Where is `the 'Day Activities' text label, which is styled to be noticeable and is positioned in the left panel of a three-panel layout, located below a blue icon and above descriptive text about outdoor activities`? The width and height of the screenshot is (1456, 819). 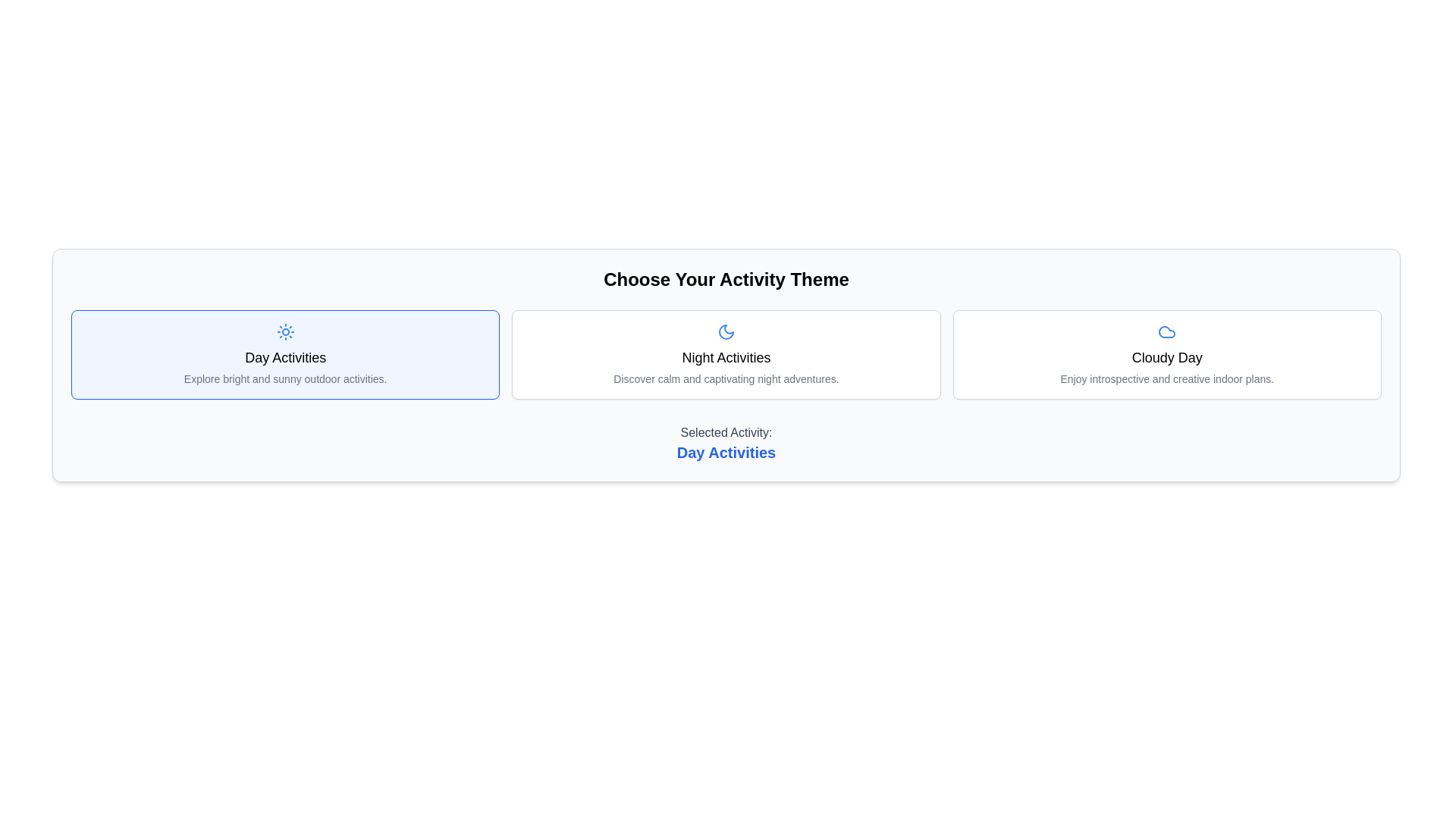
the 'Day Activities' text label, which is styled to be noticeable and is positioned in the left panel of a three-panel layout, located below a blue icon and above descriptive text about outdoor activities is located at coordinates (285, 357).